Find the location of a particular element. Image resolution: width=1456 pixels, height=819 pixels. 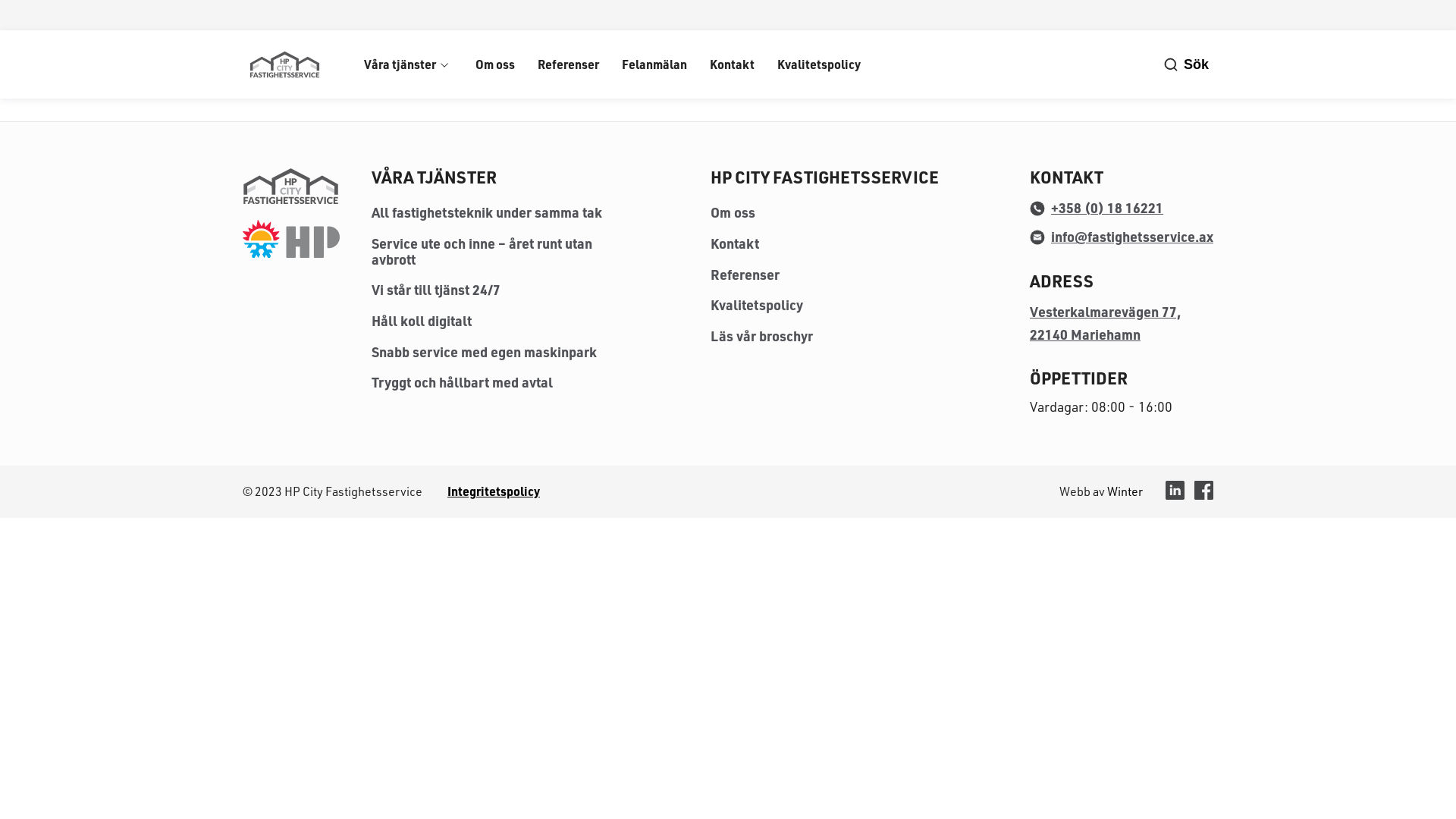

'Kvalitetspolicy' is located at coordinates (757, 304).